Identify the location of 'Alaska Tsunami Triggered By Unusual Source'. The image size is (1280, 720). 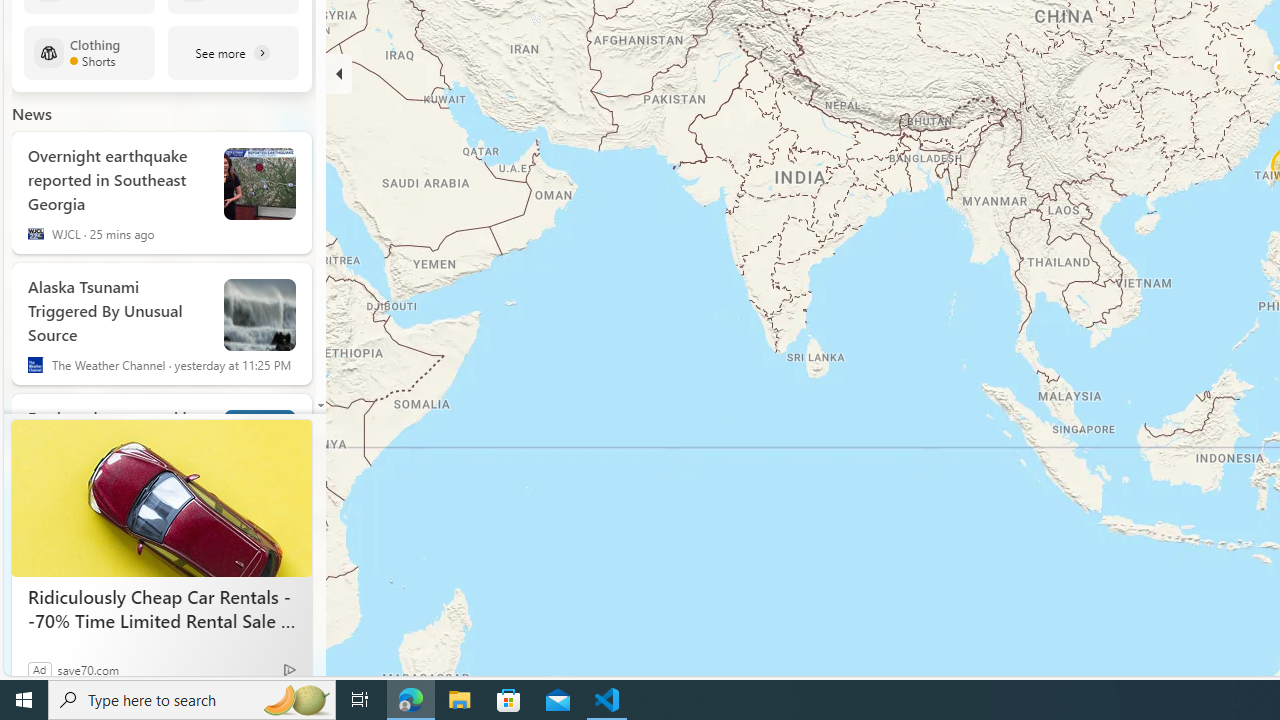
(116, 307).